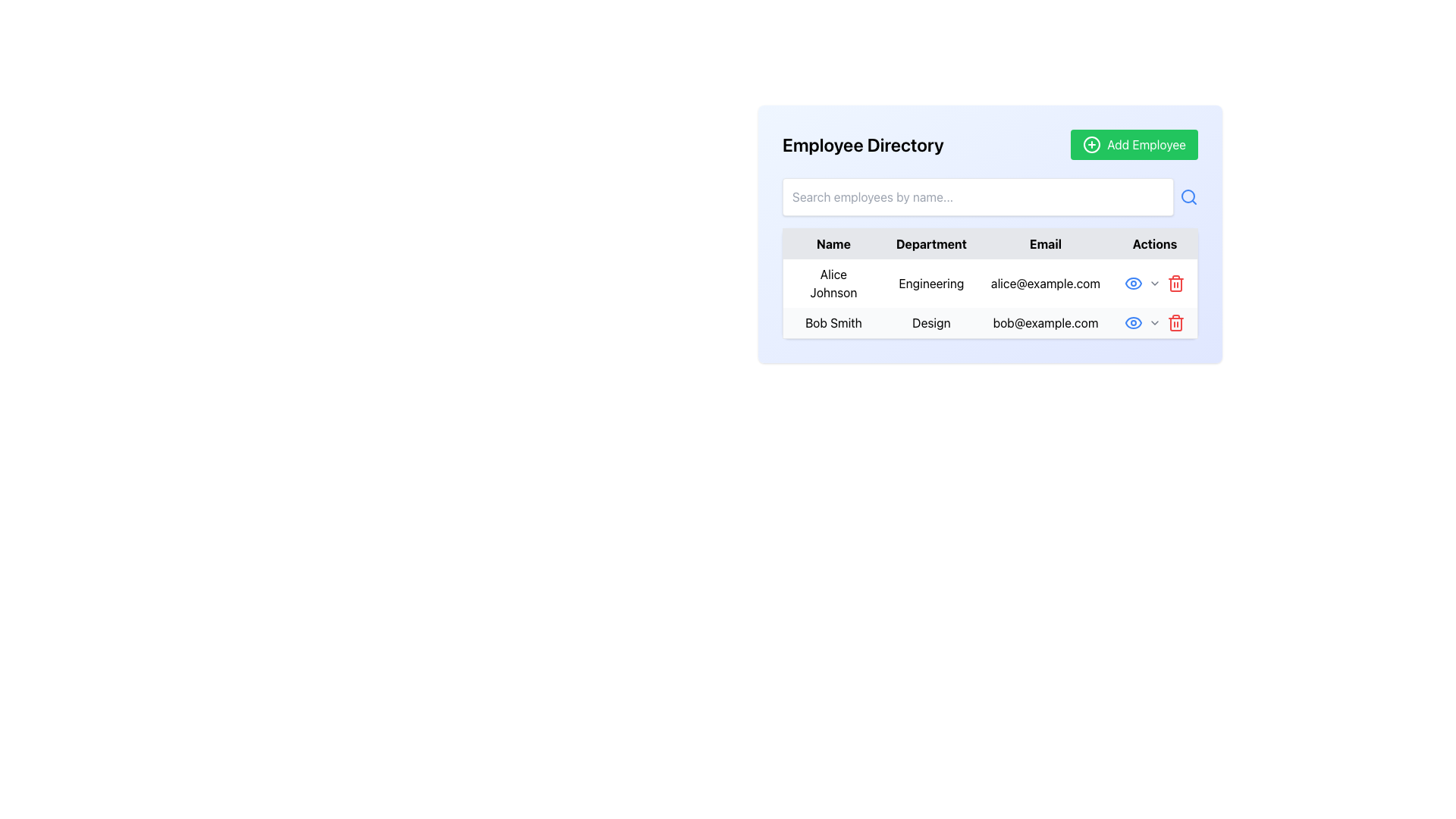  What do you see at coordinates (990, 298) in the screenshot?
I see `the first row in the Employee Directory table that displays employee details` at bounding box center [990, 298].